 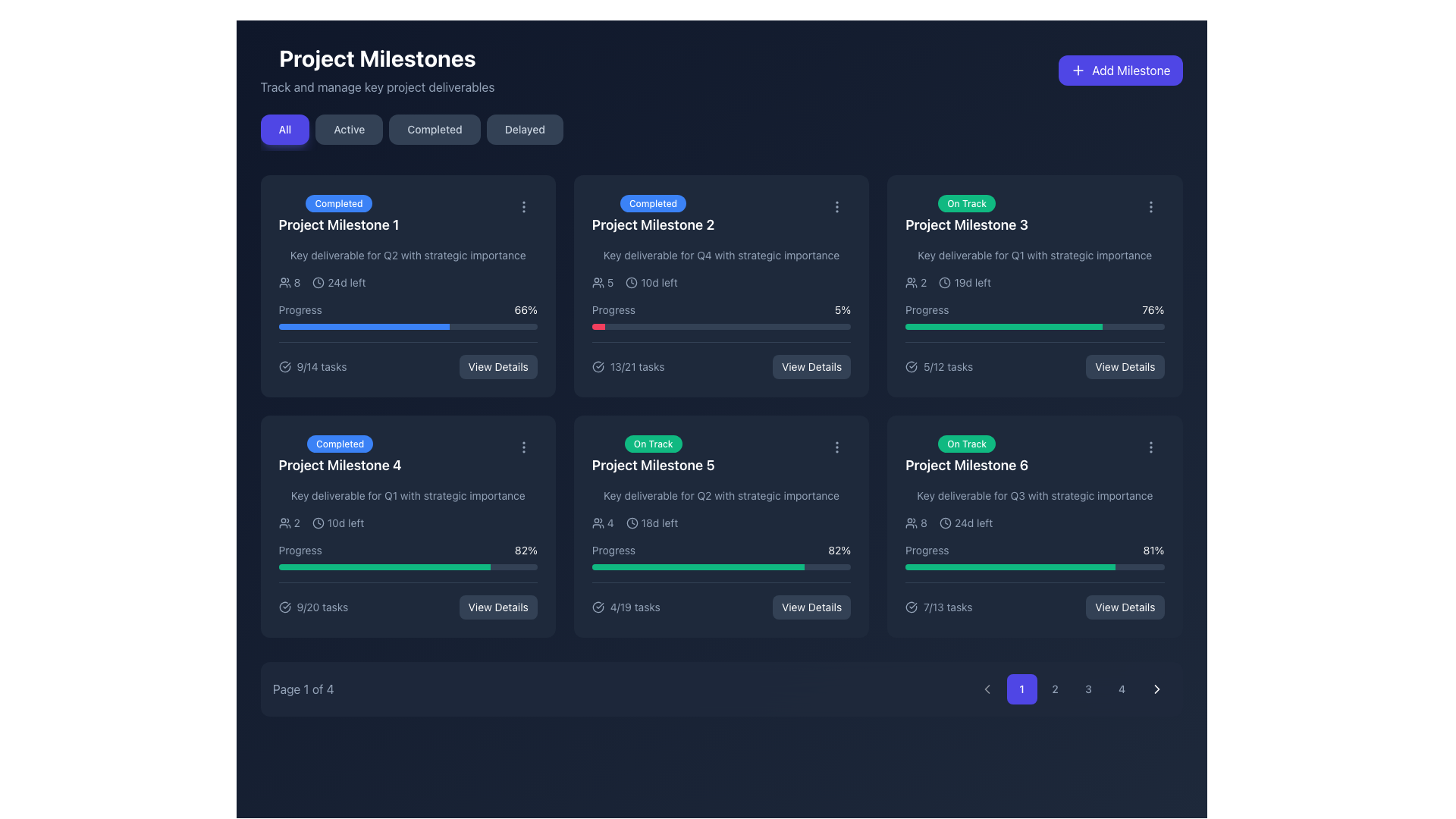 I want to click on the text-based element comprising a headline and a subtitle that informs users about managing and tracking project deliverables, located at the top-left section of the interface, so click(x=377, y=70).